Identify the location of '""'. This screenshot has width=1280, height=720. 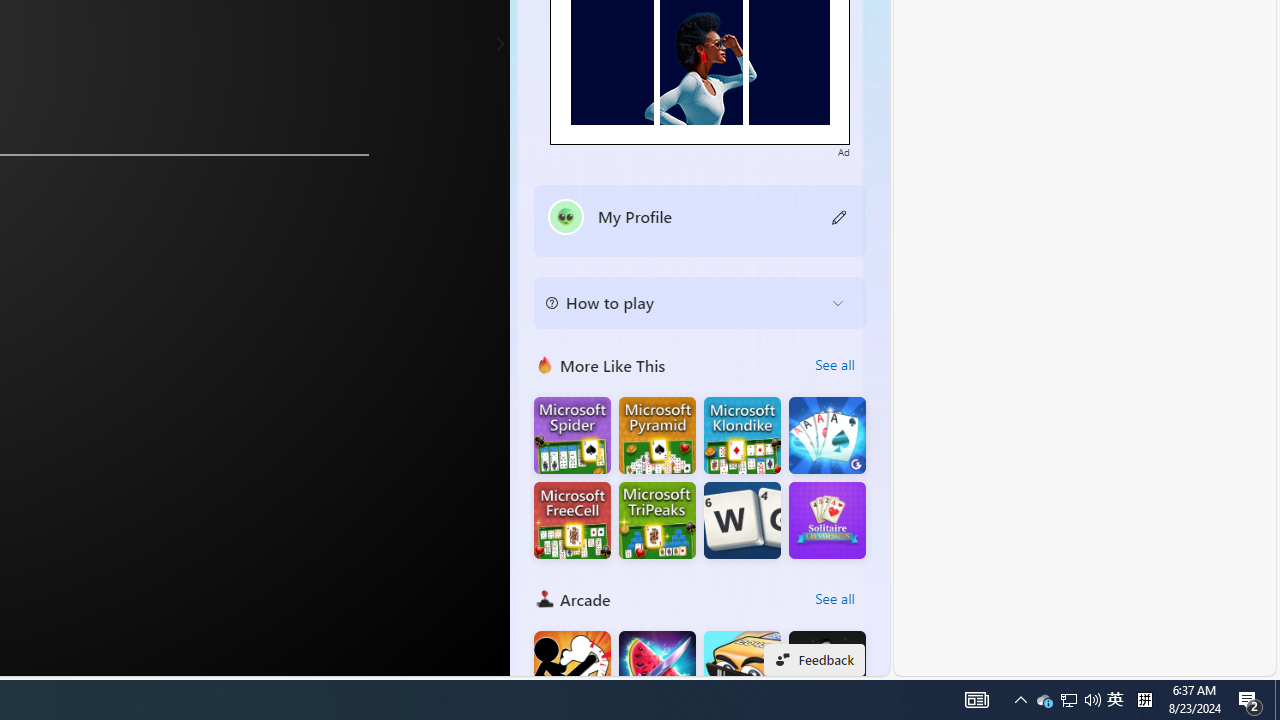
(564, 217).